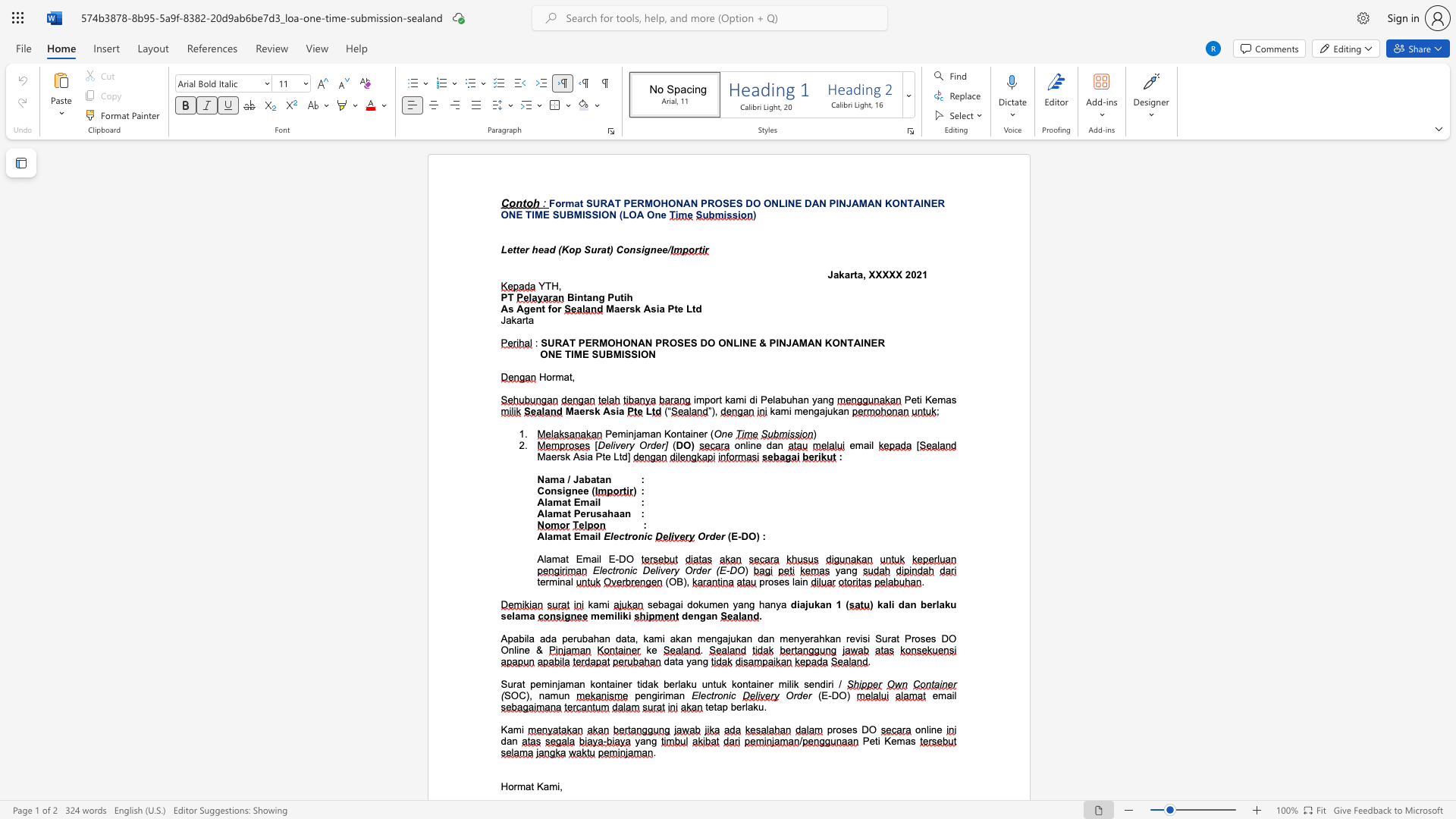  I want to click on the subset text "ntang Putih" within the text "Bintang Putih", so click(576, 297).